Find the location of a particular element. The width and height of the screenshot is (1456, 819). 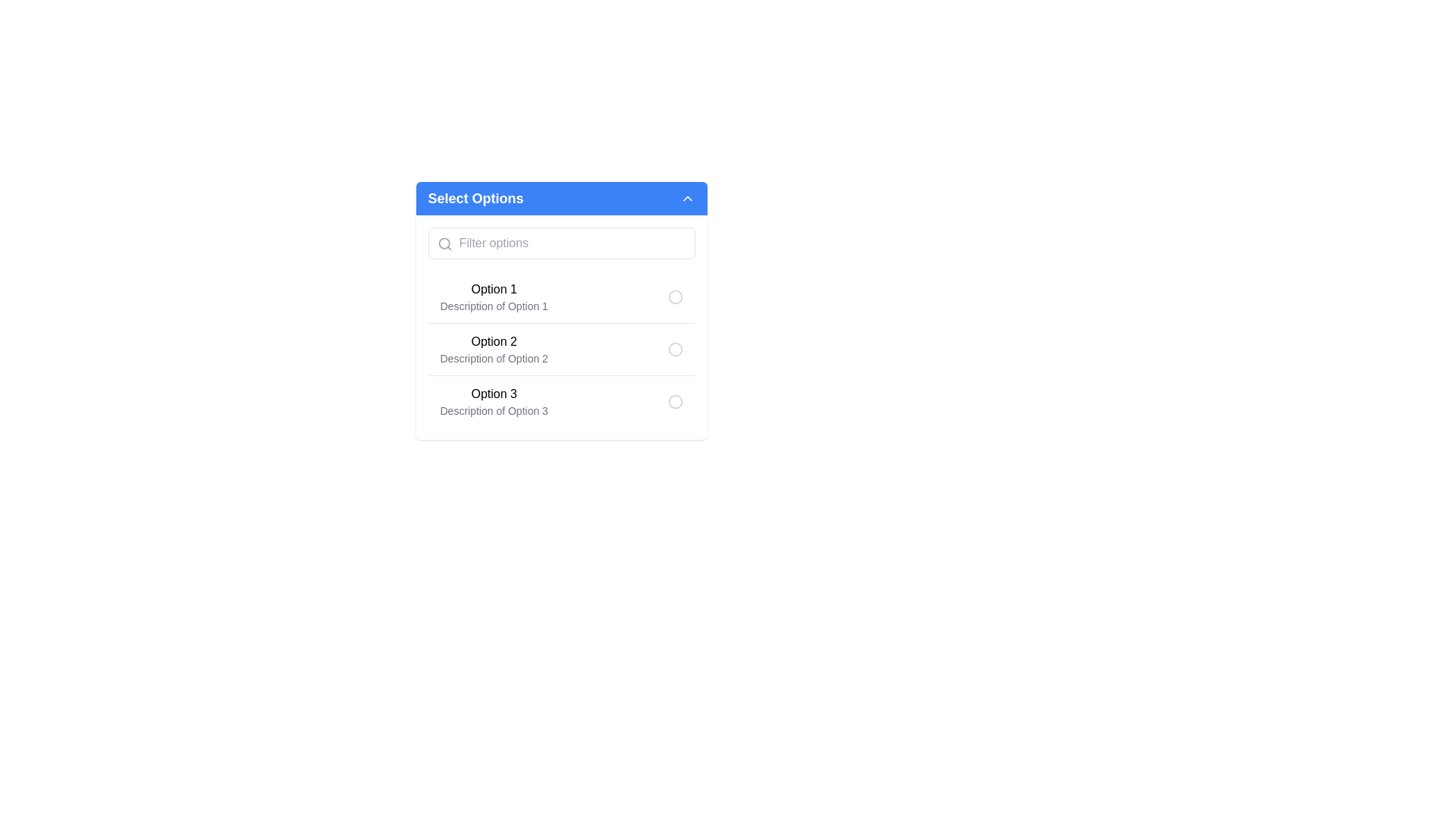

the magnifying glass icon, which is positioned in the left-top corner of the text input field at the top of the options panel is located at coordinates (444, 243).